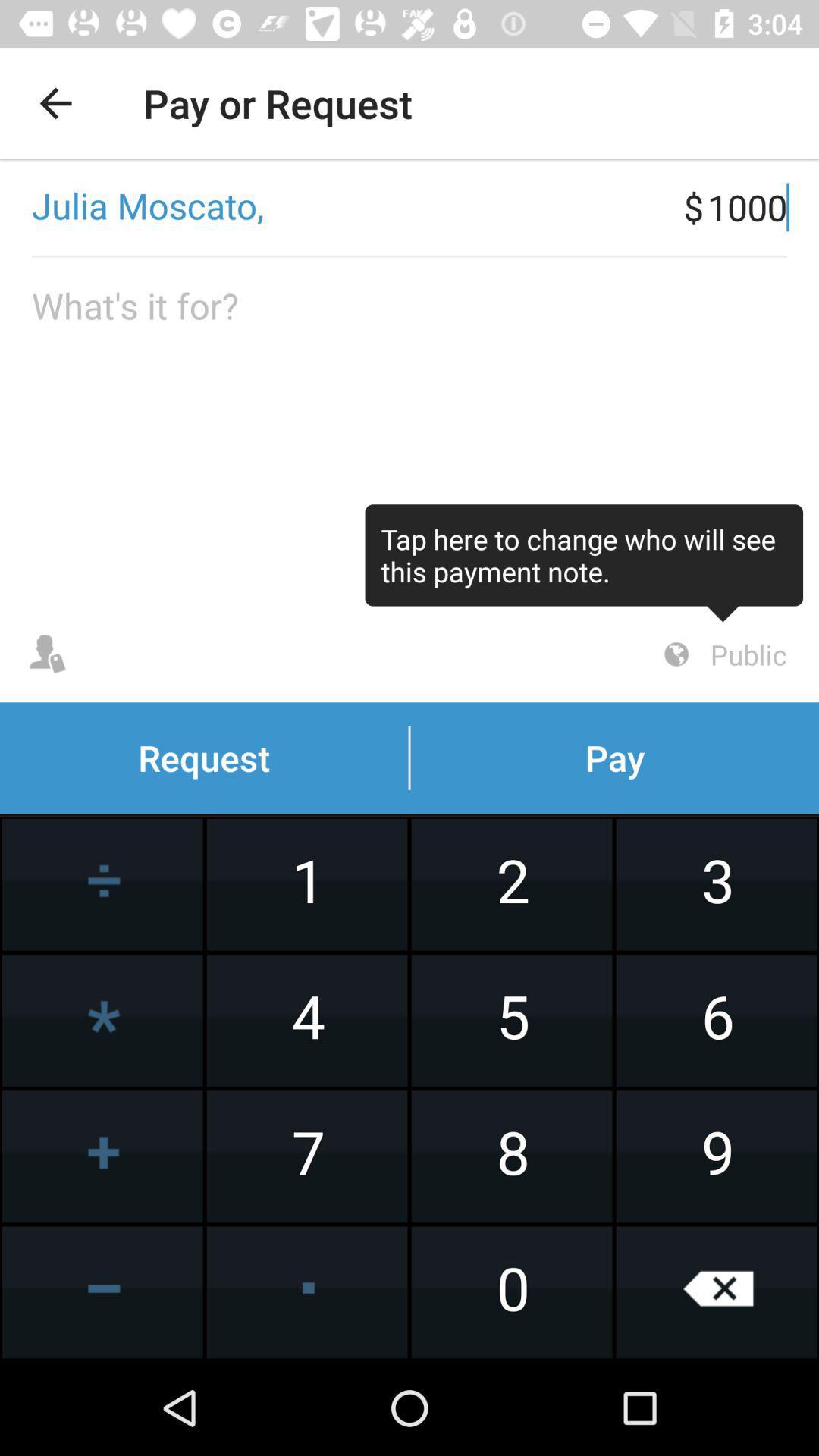 The image size is (819, 1456). Describe the element at coordinates (722, 654) in the screenshot. I see `item above pay` at that location.